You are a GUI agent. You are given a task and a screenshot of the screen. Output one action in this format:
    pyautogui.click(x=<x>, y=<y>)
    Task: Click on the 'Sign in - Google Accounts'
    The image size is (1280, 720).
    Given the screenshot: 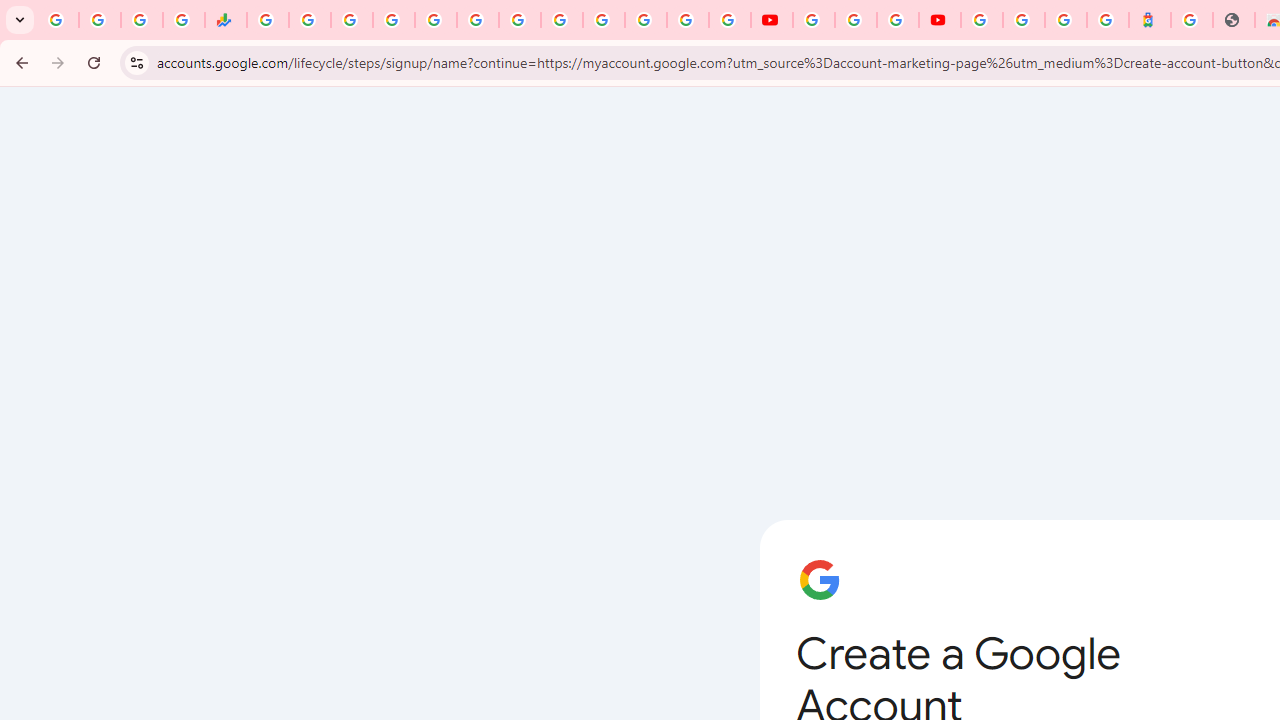 What is the action you would take?
    pyautogui.click(x=982, y=20)
    